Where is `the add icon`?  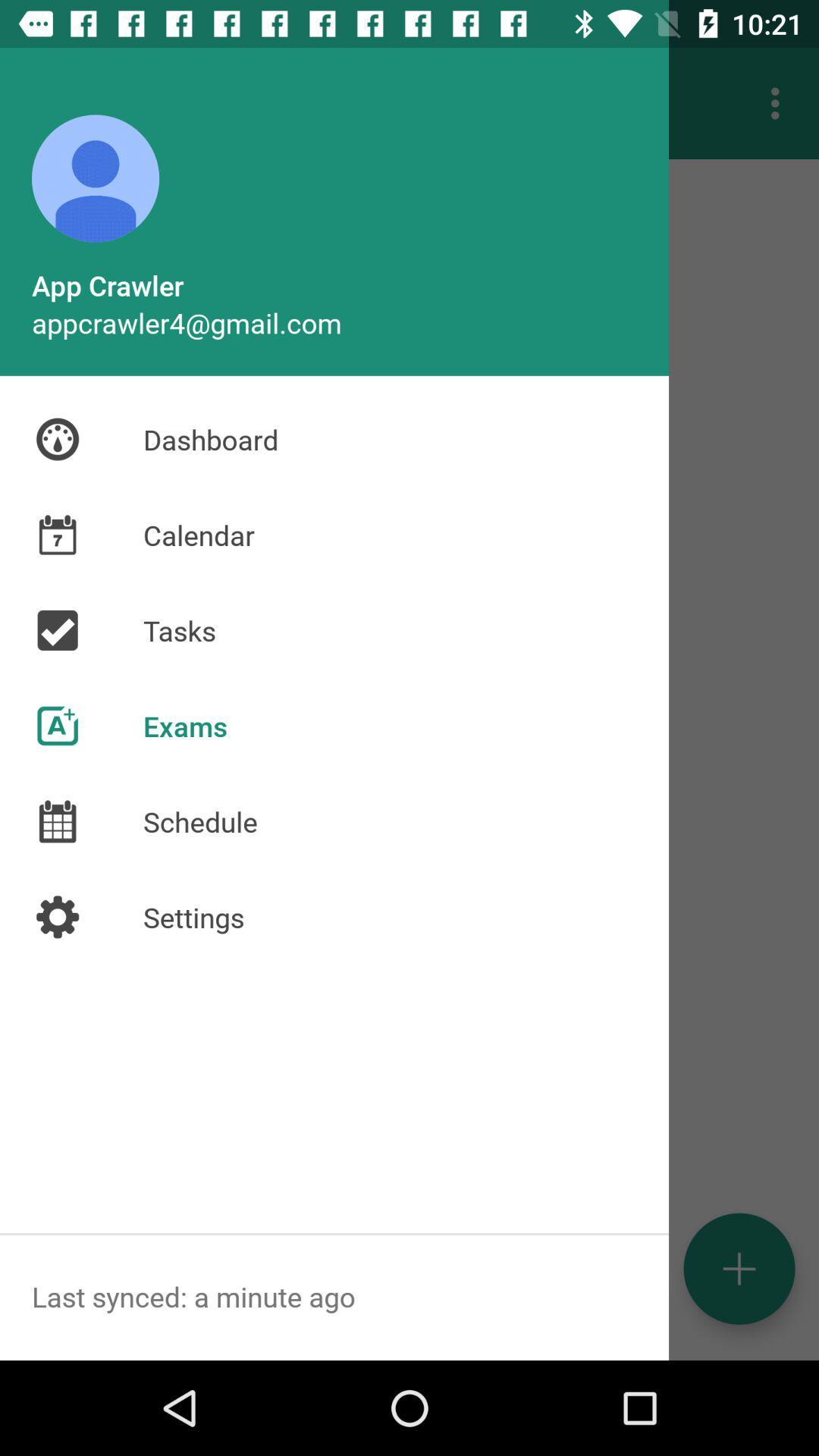 the add icon is located at coordinates (739, 1269).